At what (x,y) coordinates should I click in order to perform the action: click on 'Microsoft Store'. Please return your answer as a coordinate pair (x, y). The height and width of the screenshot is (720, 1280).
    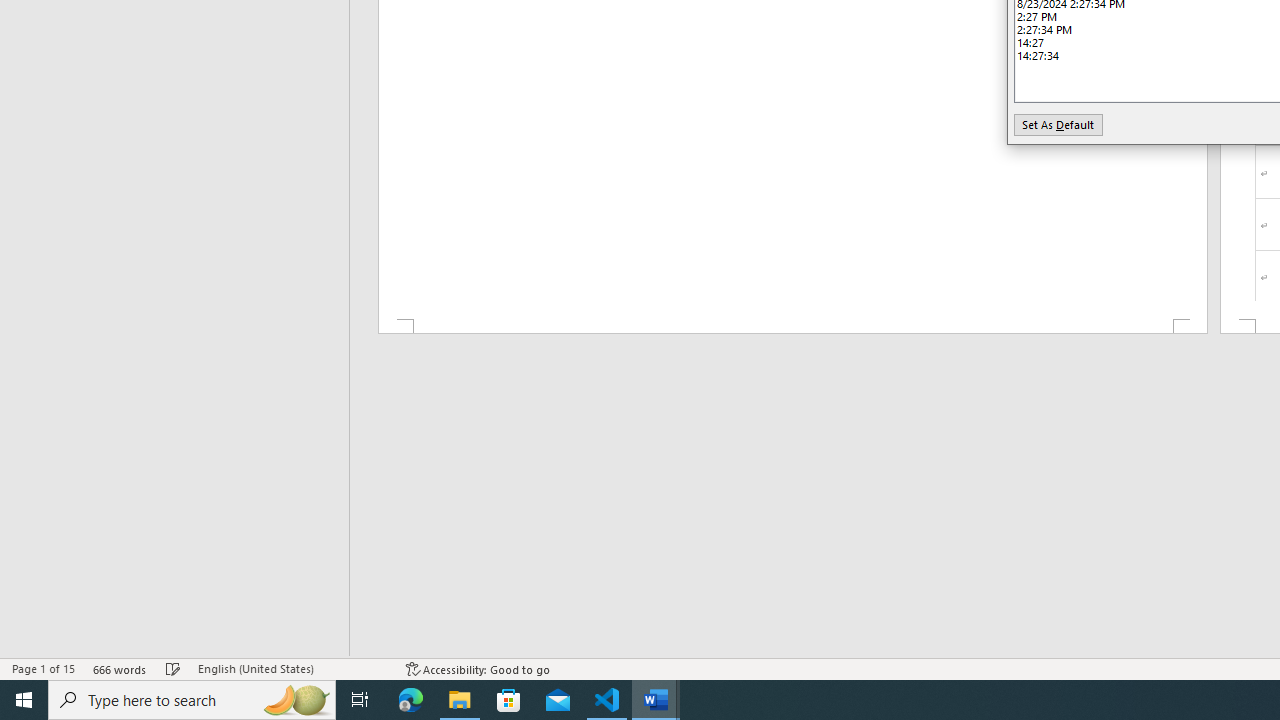
    Looking at the image, I should click on (509, 698).